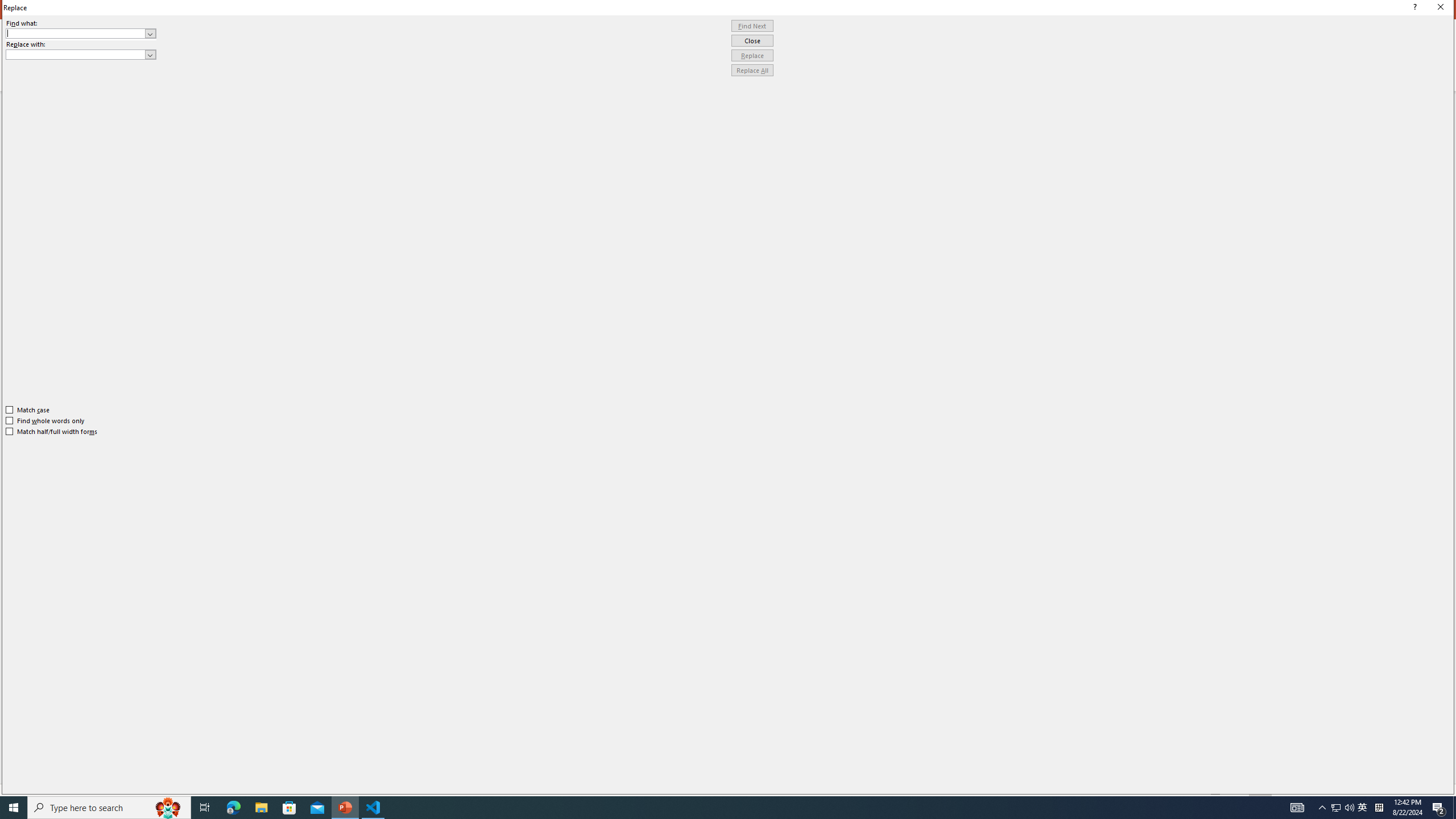  Describe the element at coordinates (81, 54) in the screenshot. I see `'Replace with'` at that location.